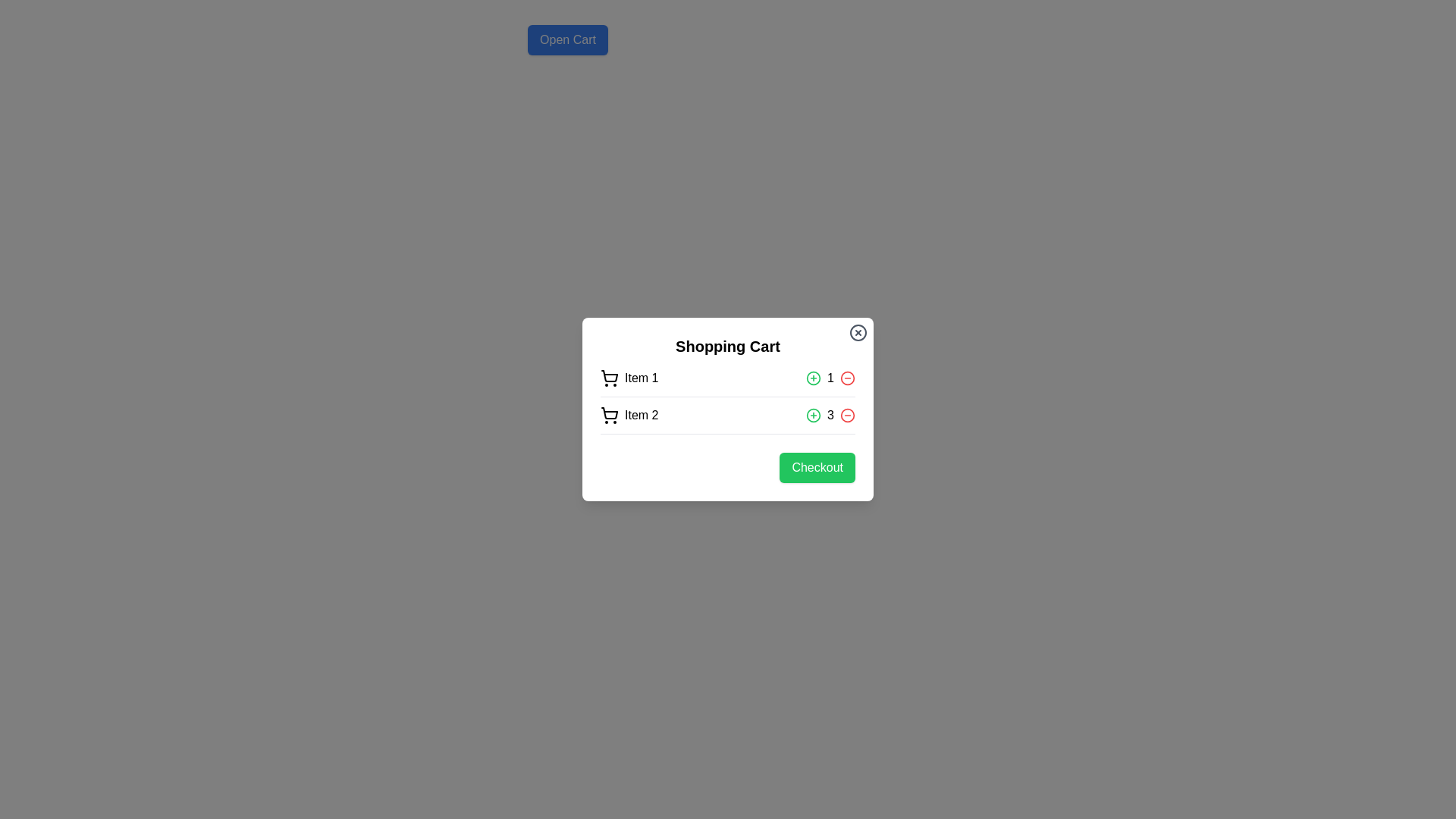 The width and height of the screenshot is (1456, 819). I want to click on the close button located at the top-right corner of the 'Shopping Cart' popup, so click(858, 332).